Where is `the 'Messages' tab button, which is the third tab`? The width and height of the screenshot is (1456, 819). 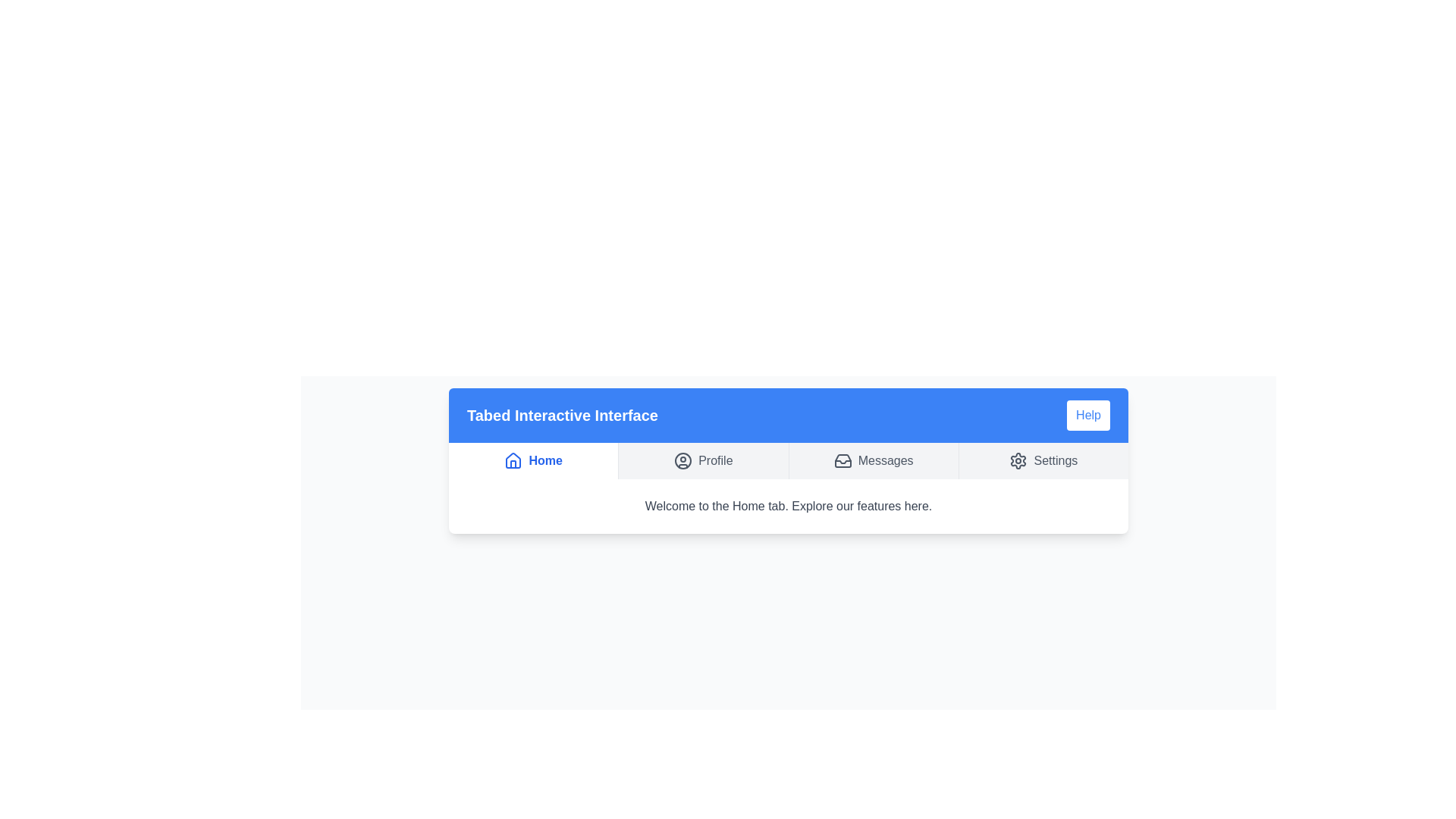
the 'Messages' tab button, which is the third tab is located at coordinates (873, 460).